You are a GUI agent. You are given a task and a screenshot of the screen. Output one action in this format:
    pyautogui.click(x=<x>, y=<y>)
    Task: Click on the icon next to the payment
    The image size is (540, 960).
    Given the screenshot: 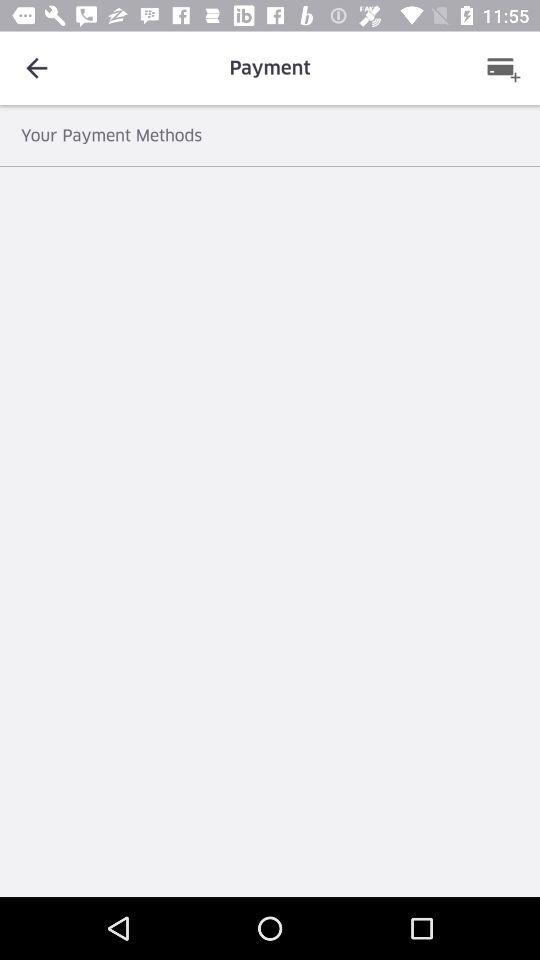 What is the action you would take?
    pyautogui.click(x=36, y=68)
    